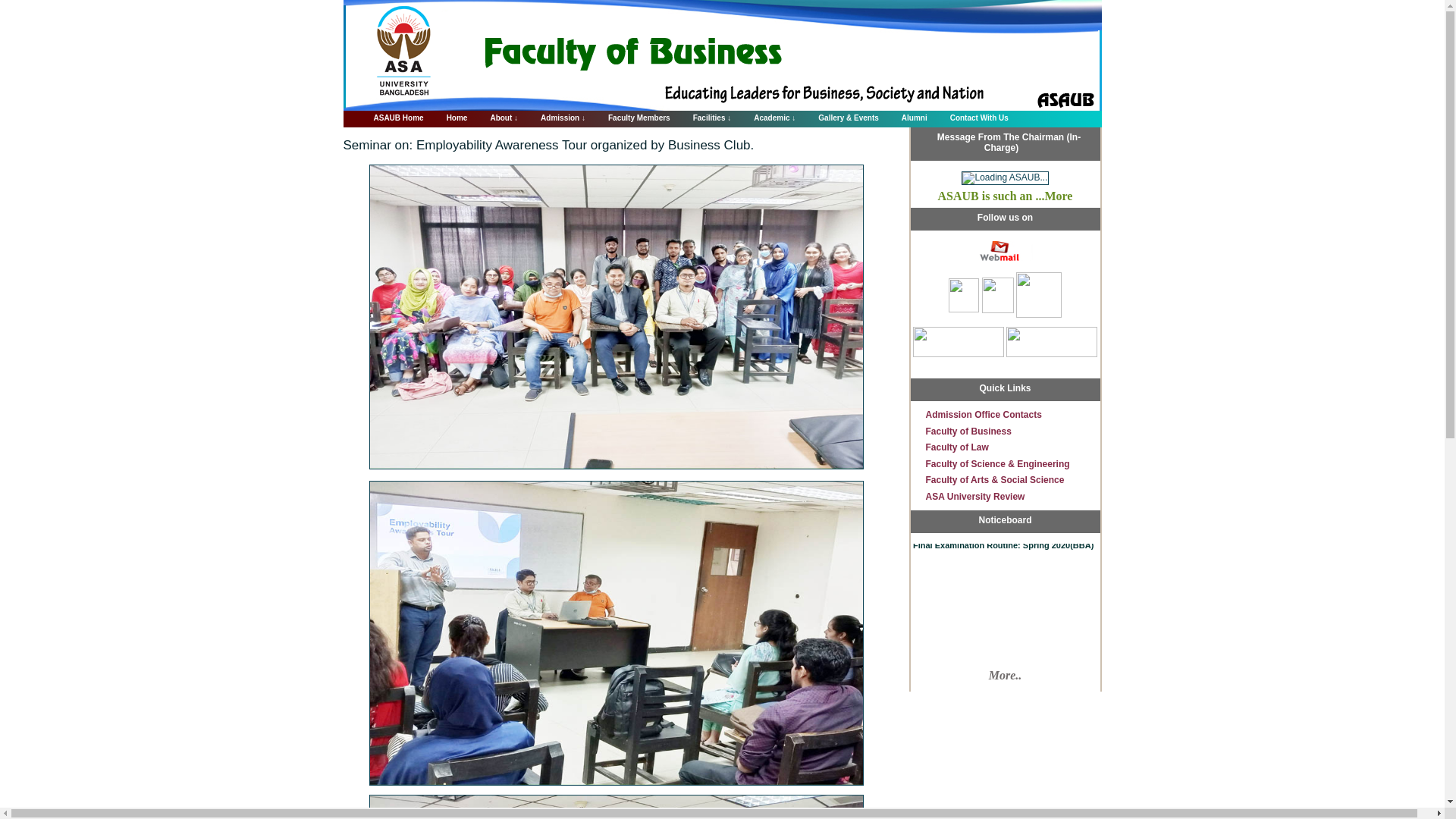  What do you see at coordinates (971, 115) in the screenshot?
I see `'Contact With Us'` at bounding box center [971, 115].